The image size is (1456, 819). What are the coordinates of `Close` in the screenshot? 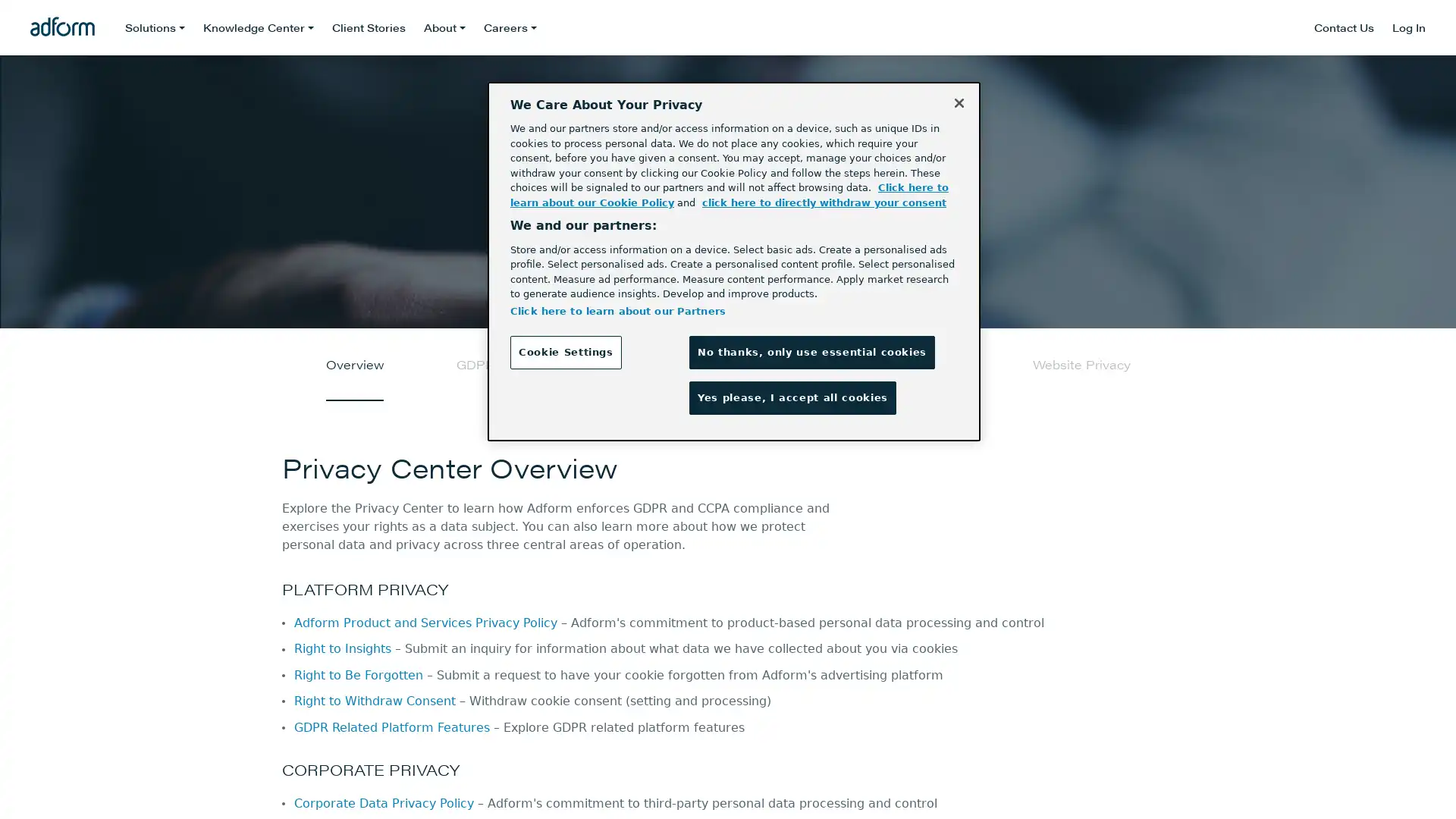 It's located at (959, 102).